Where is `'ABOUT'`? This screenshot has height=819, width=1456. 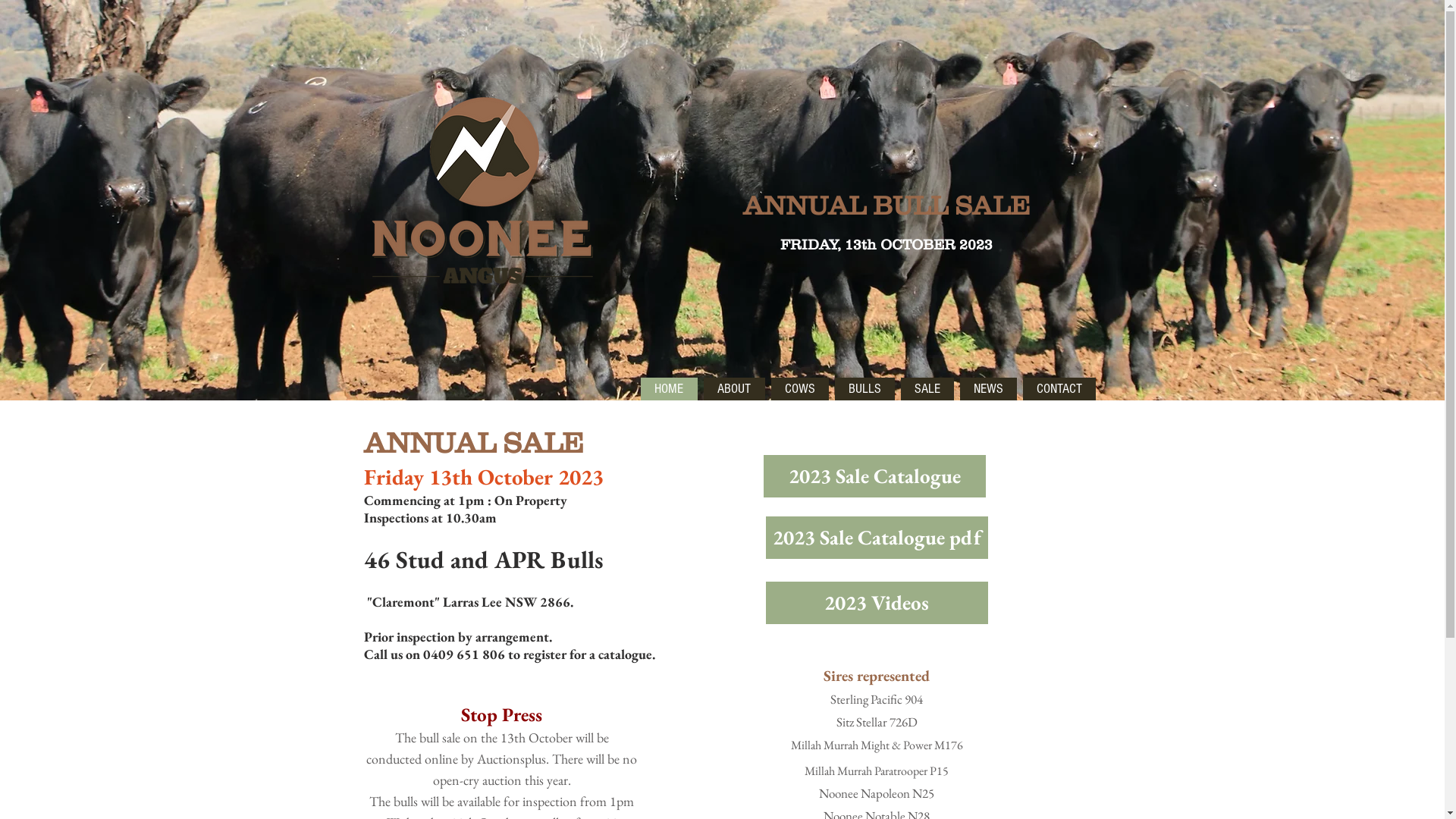 'ABOUT' is located at coordinates (734, 388).